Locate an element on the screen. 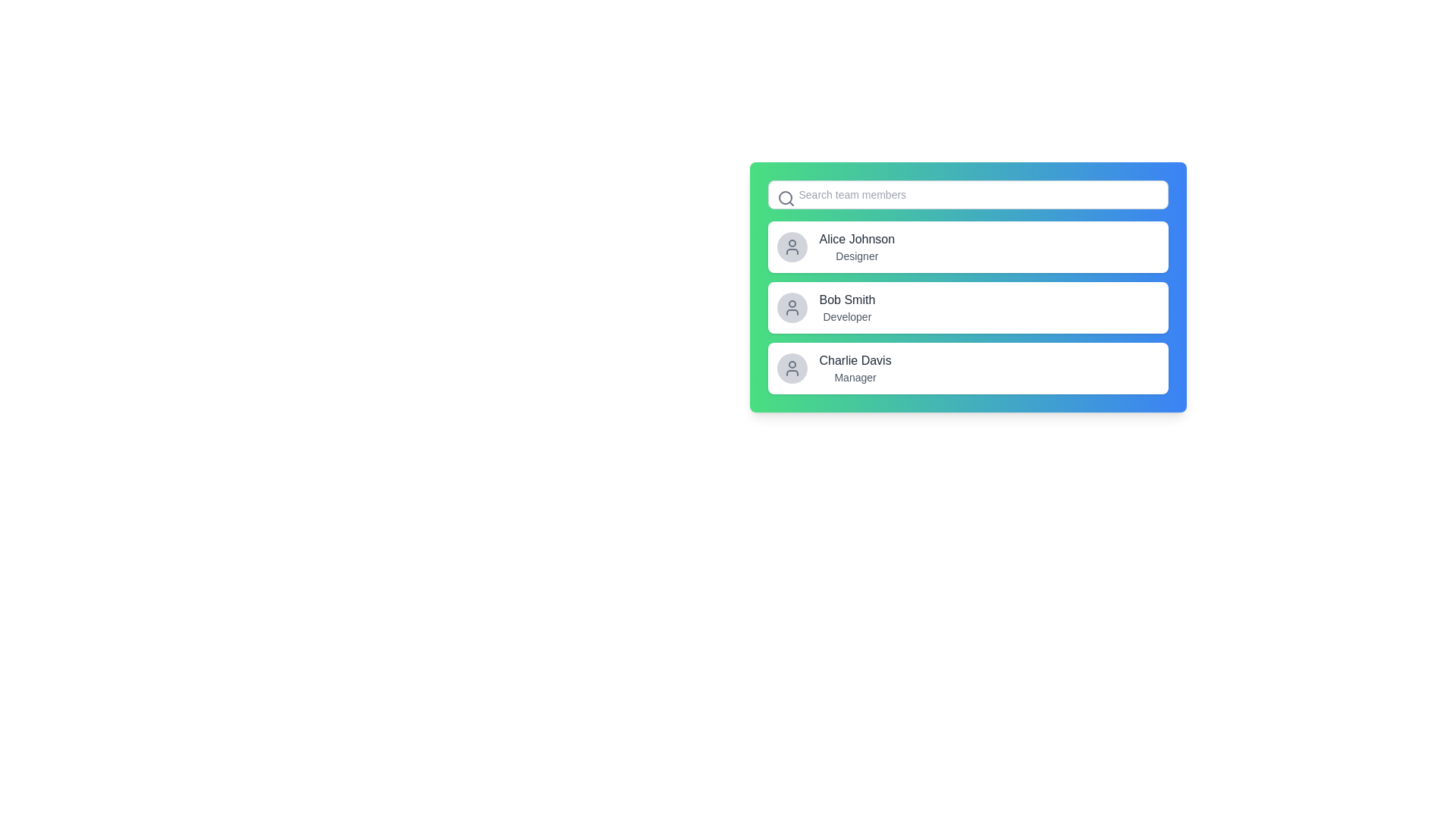 The width and height of the screenshot is (1456, 819). the text label providing additional information about user 'Alice Johnson' indicating their role as 'Designer', located below the name in the user information section is located at coordinates (857, 256).